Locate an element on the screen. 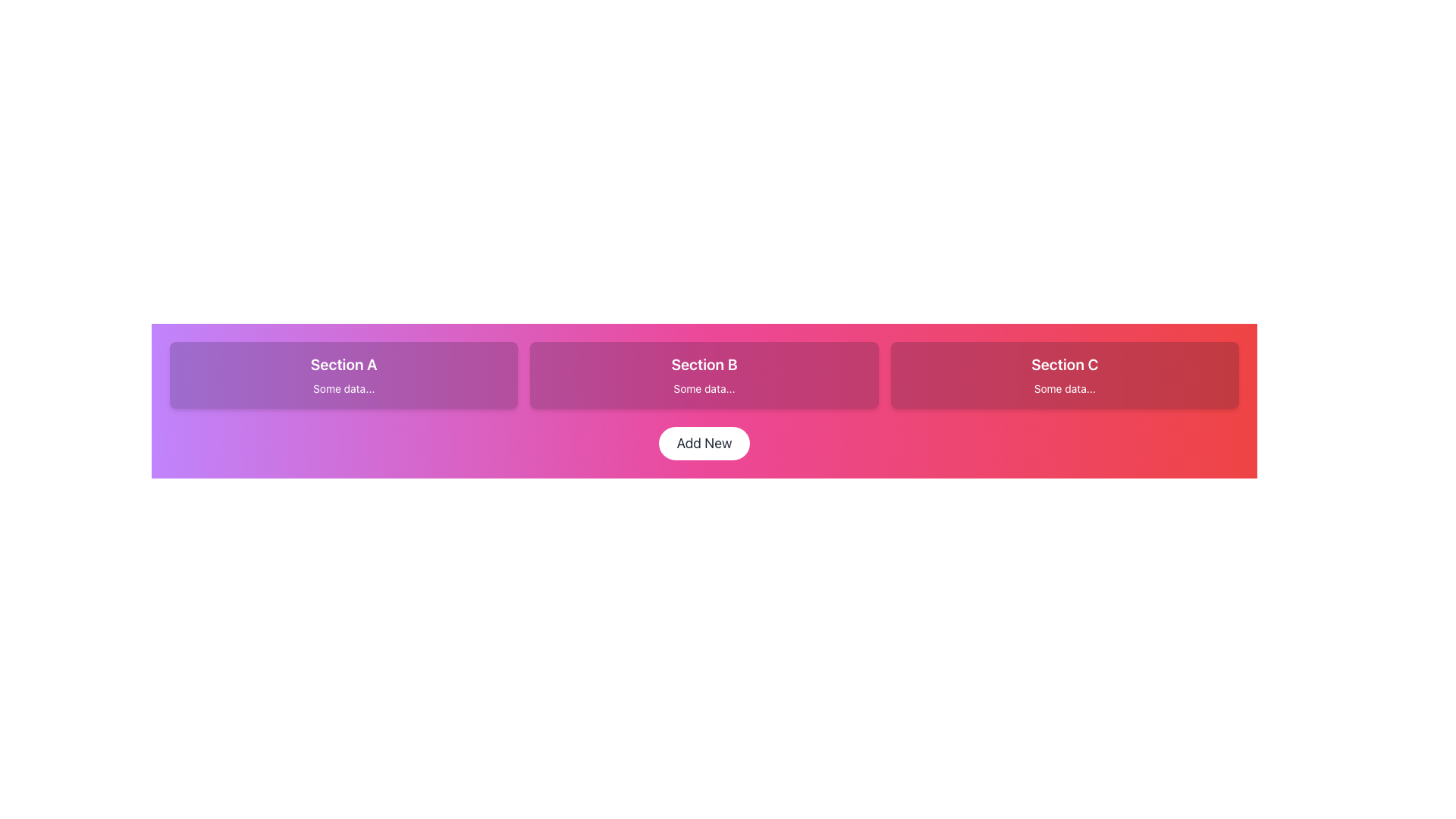  the 'Add New' button, which is a white rounded rectangular button with black text, located below the sections labeled 'Section A', 'Section B', and 'Section C' is located at coordinates (704, 444).